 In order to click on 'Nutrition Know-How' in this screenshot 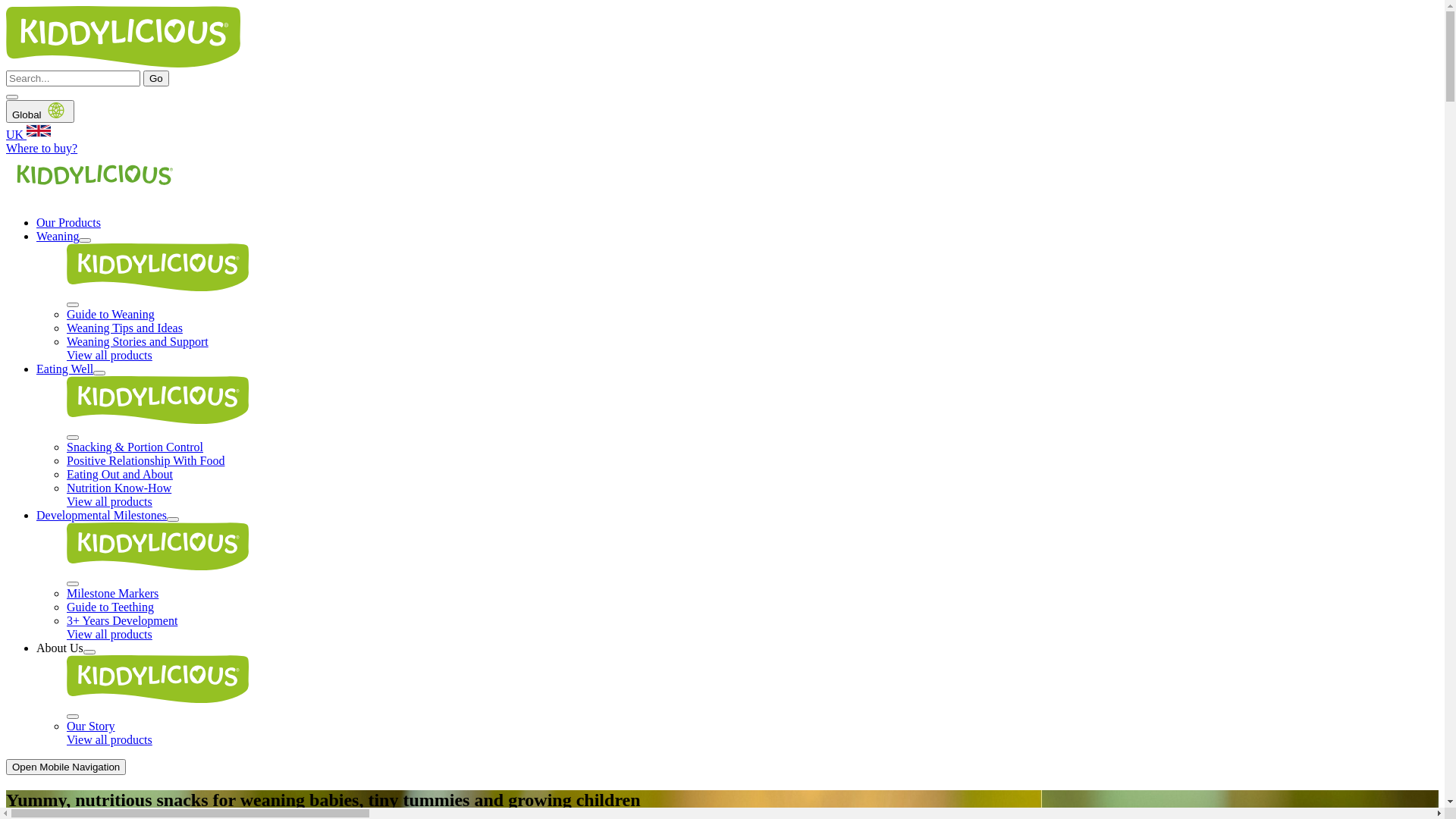, I will do `click(65, 488)`.